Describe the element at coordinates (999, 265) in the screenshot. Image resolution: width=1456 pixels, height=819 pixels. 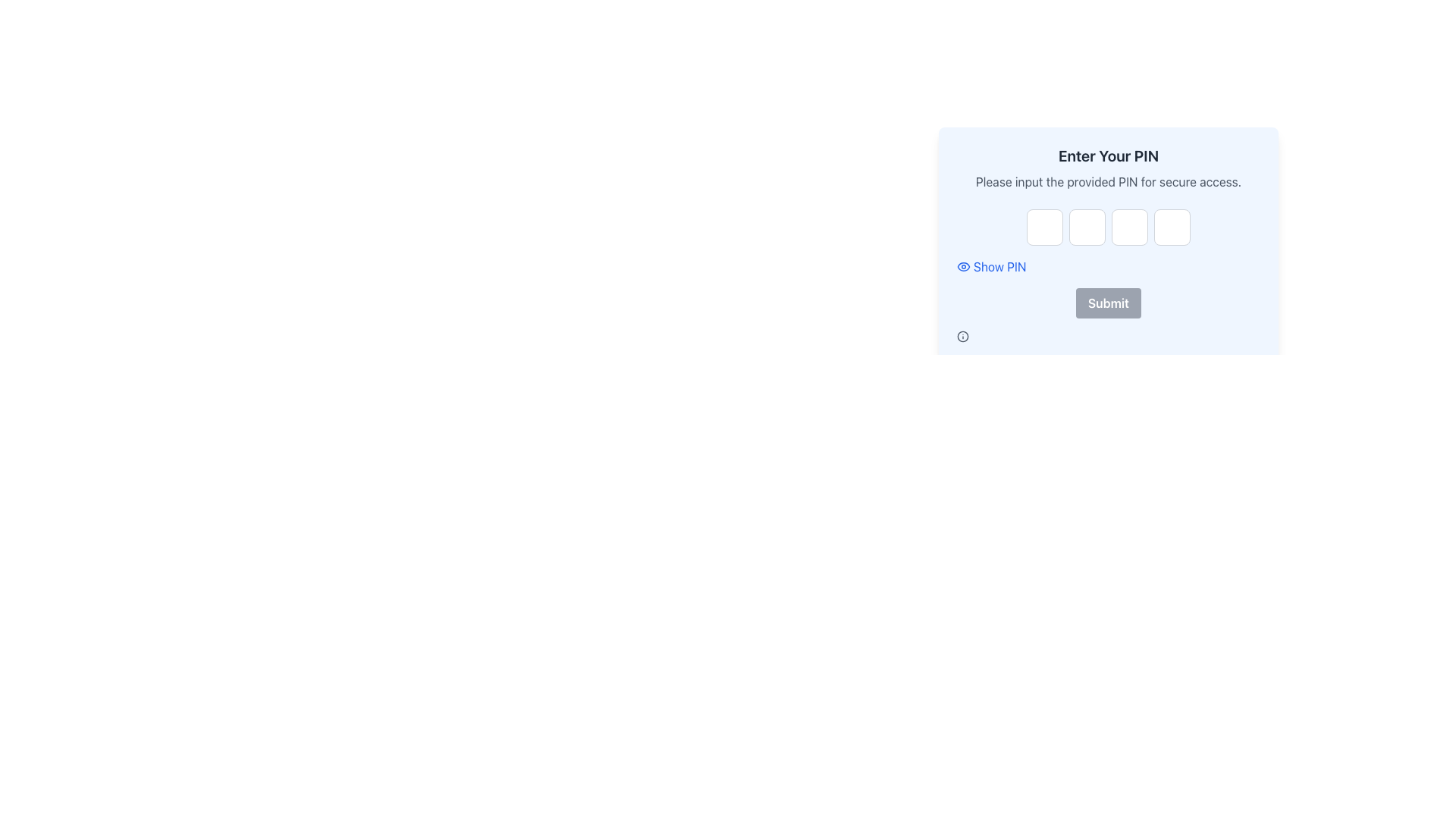
I see `the 'Show PIN' text label, which is displayed in blue and aligned horizontally next to an eye icon` at that location.